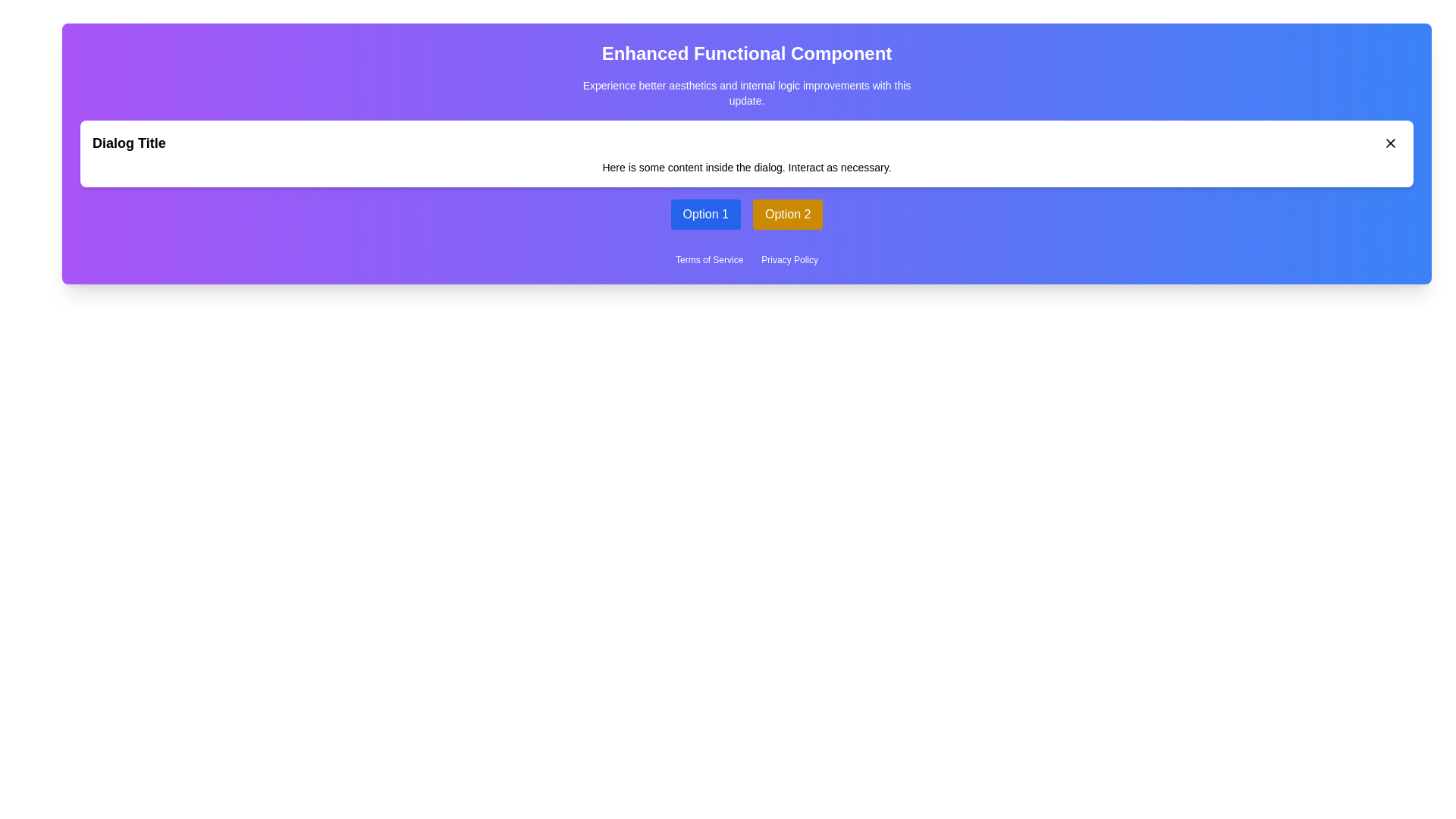  What do you see at coordinates (1390, 143) in the screenshot?
I see `the black diagonal cross icon in the top-right corner of the dialog box` at bounding box center [1390, 143].